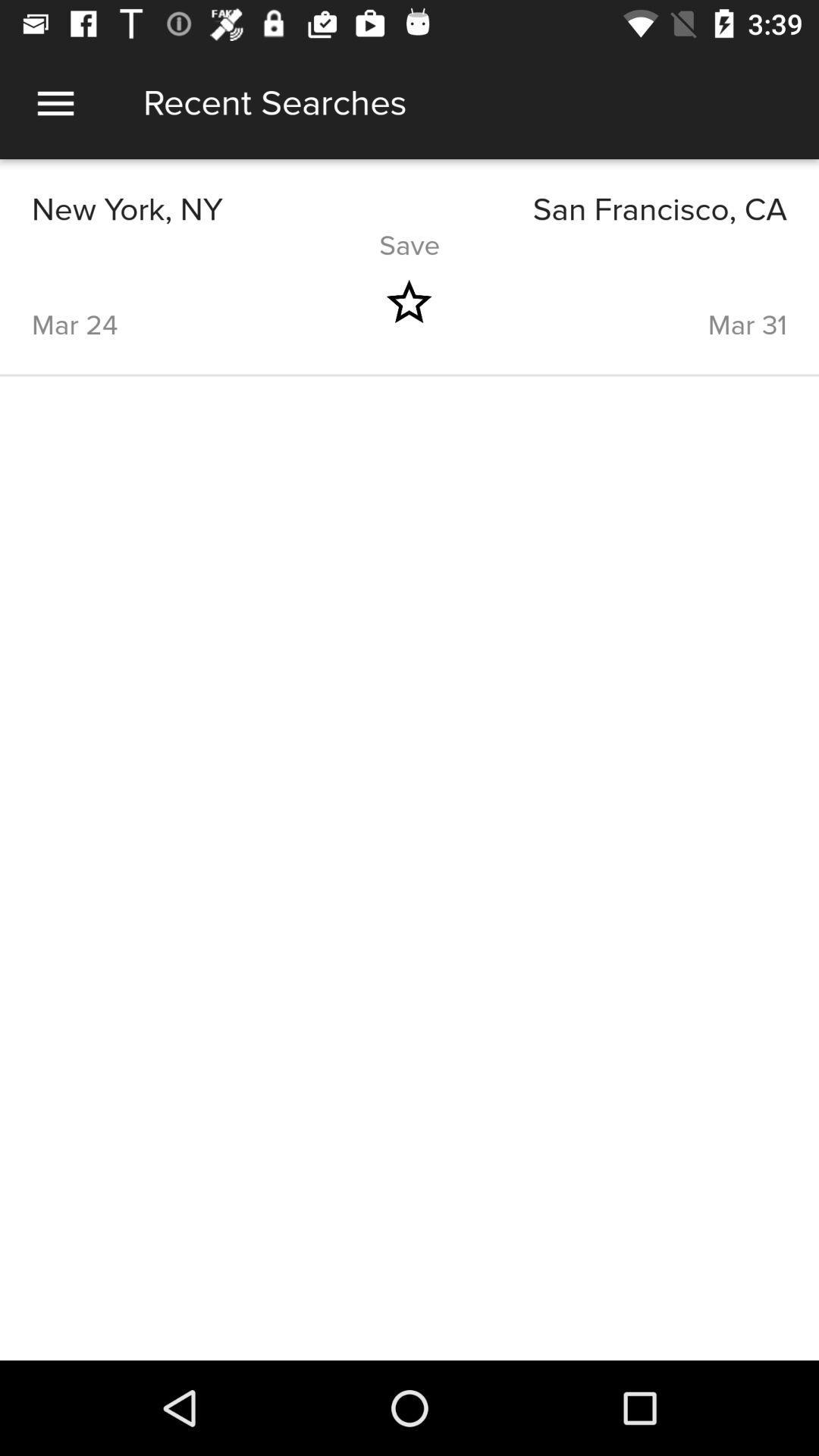 The height and width of the screenshot is (1456, 819). I want to click on drop down menu, so click(55, 102).